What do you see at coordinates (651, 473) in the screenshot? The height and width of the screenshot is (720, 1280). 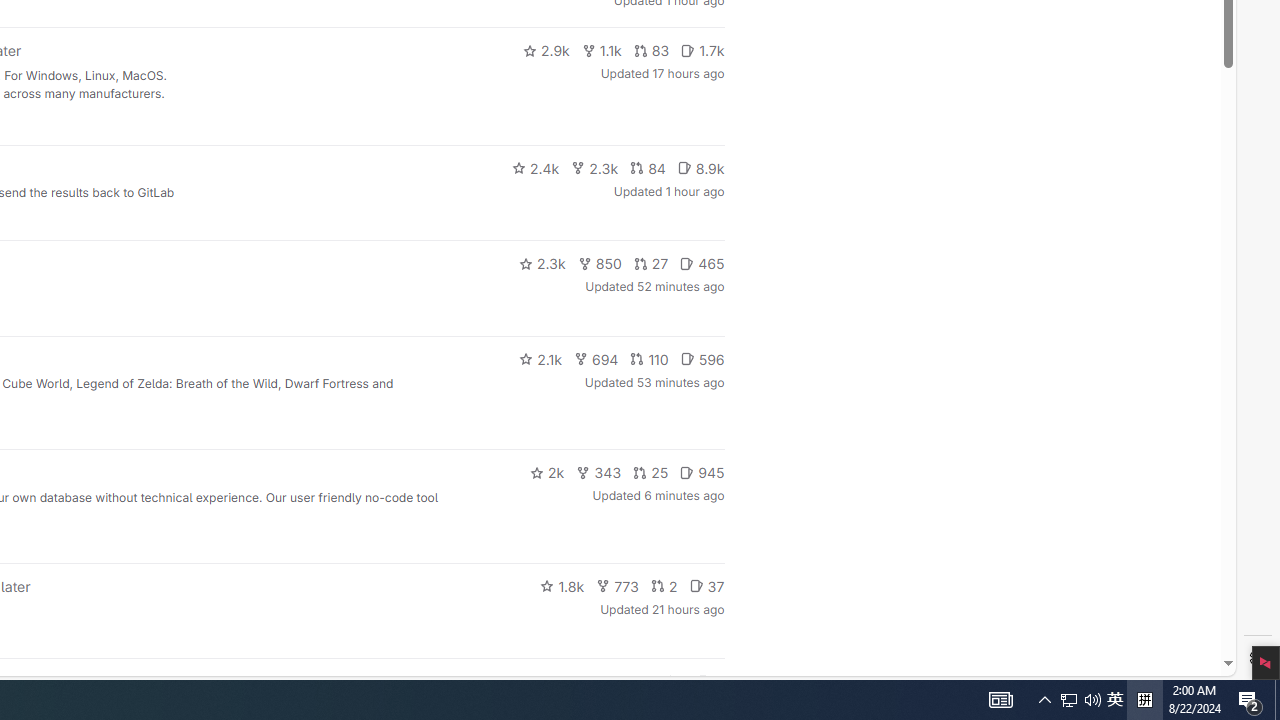 I see `'25'` at bounding box center [651, 473].